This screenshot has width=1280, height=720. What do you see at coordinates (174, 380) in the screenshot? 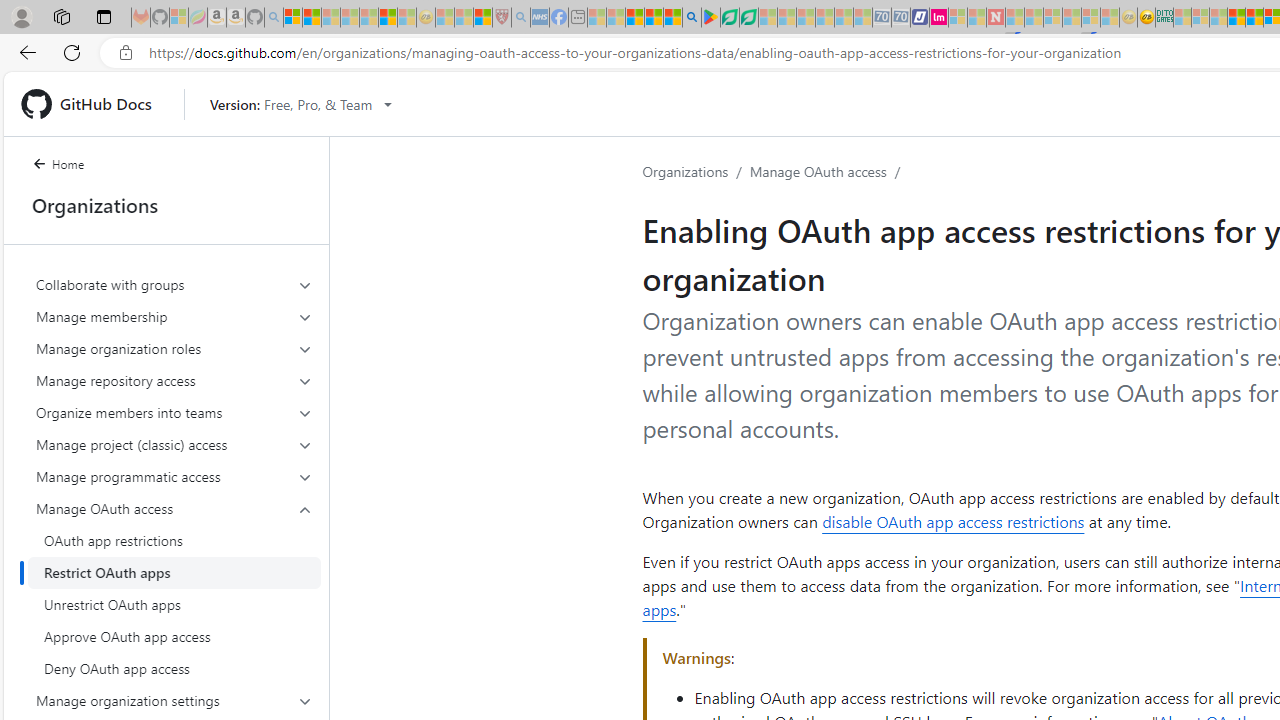
I see `'Manage repository access'` at bounding box center [174, 380].